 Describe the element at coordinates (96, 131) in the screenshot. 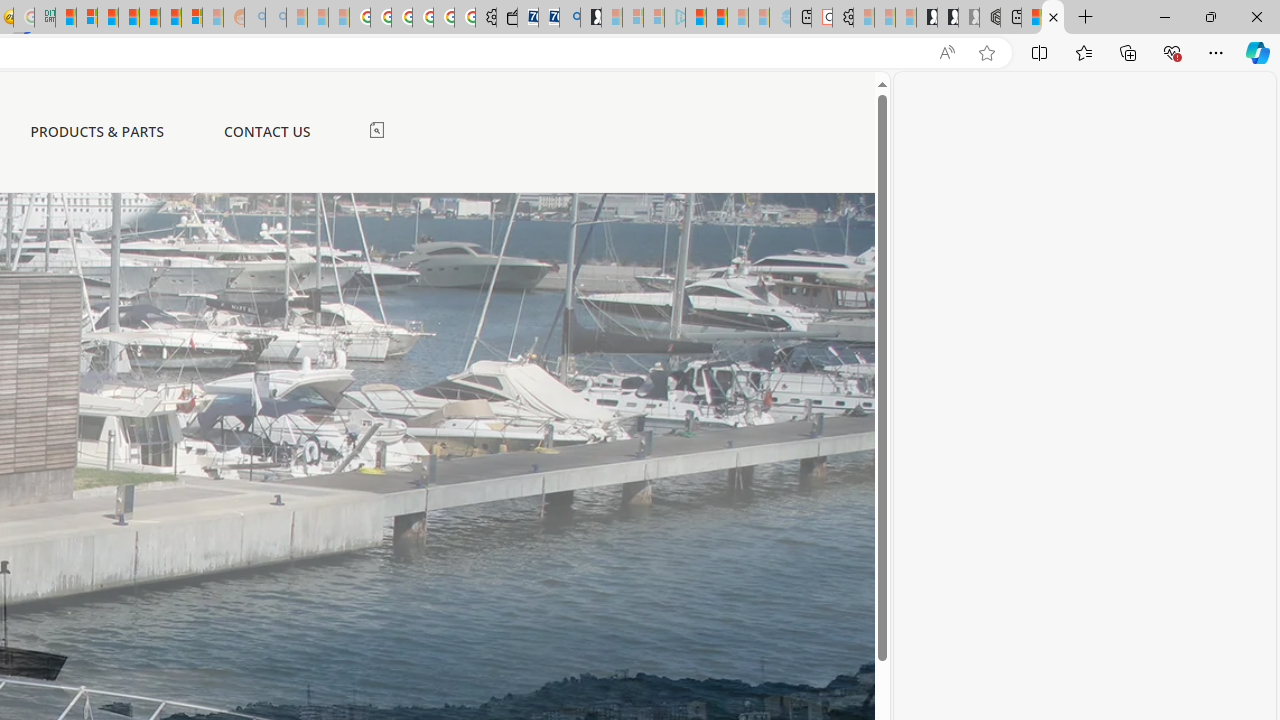

I see `'PRODUCTS & PARTS'` at that location.